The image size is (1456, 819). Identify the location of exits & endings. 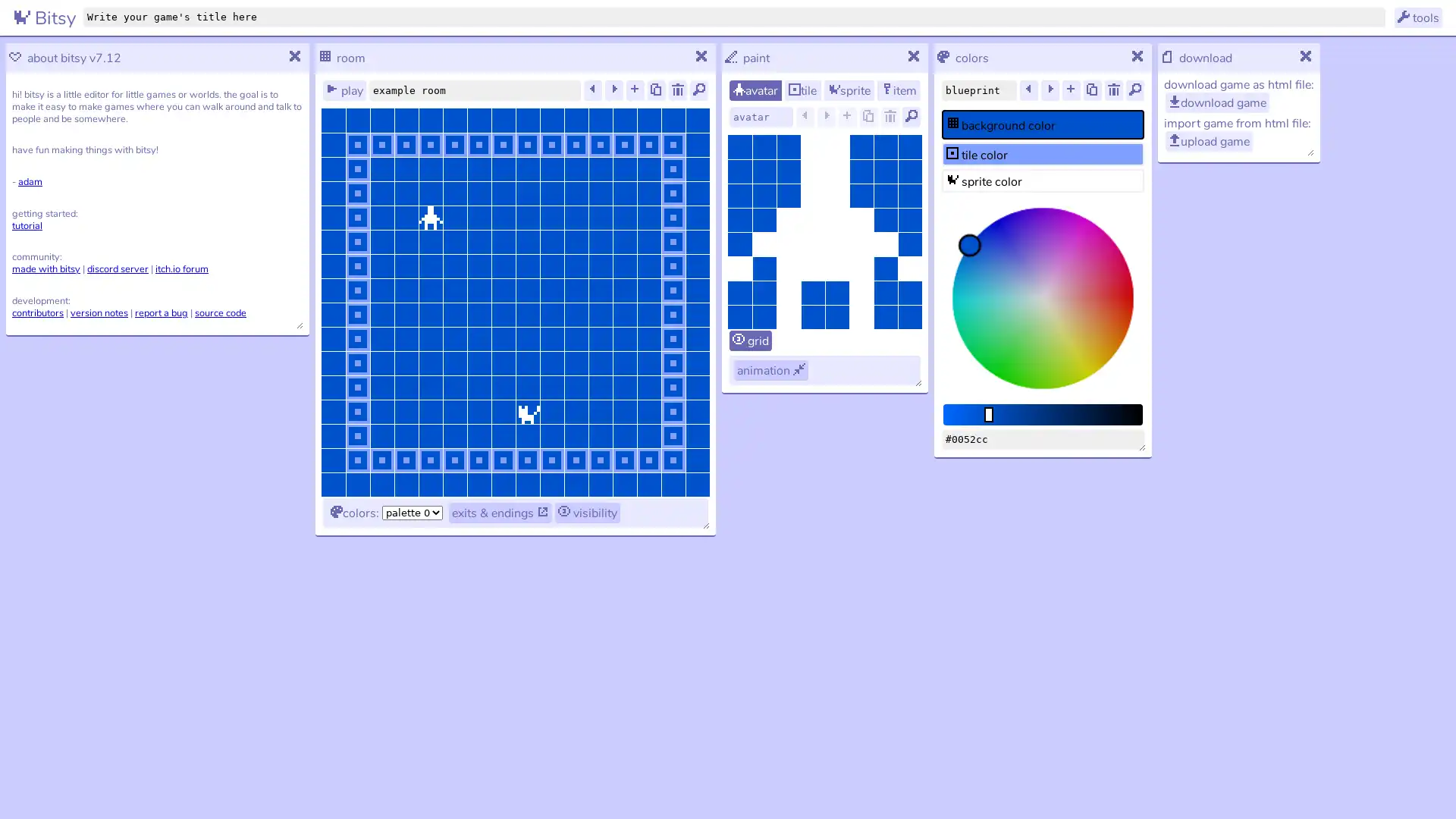
(500, 512).